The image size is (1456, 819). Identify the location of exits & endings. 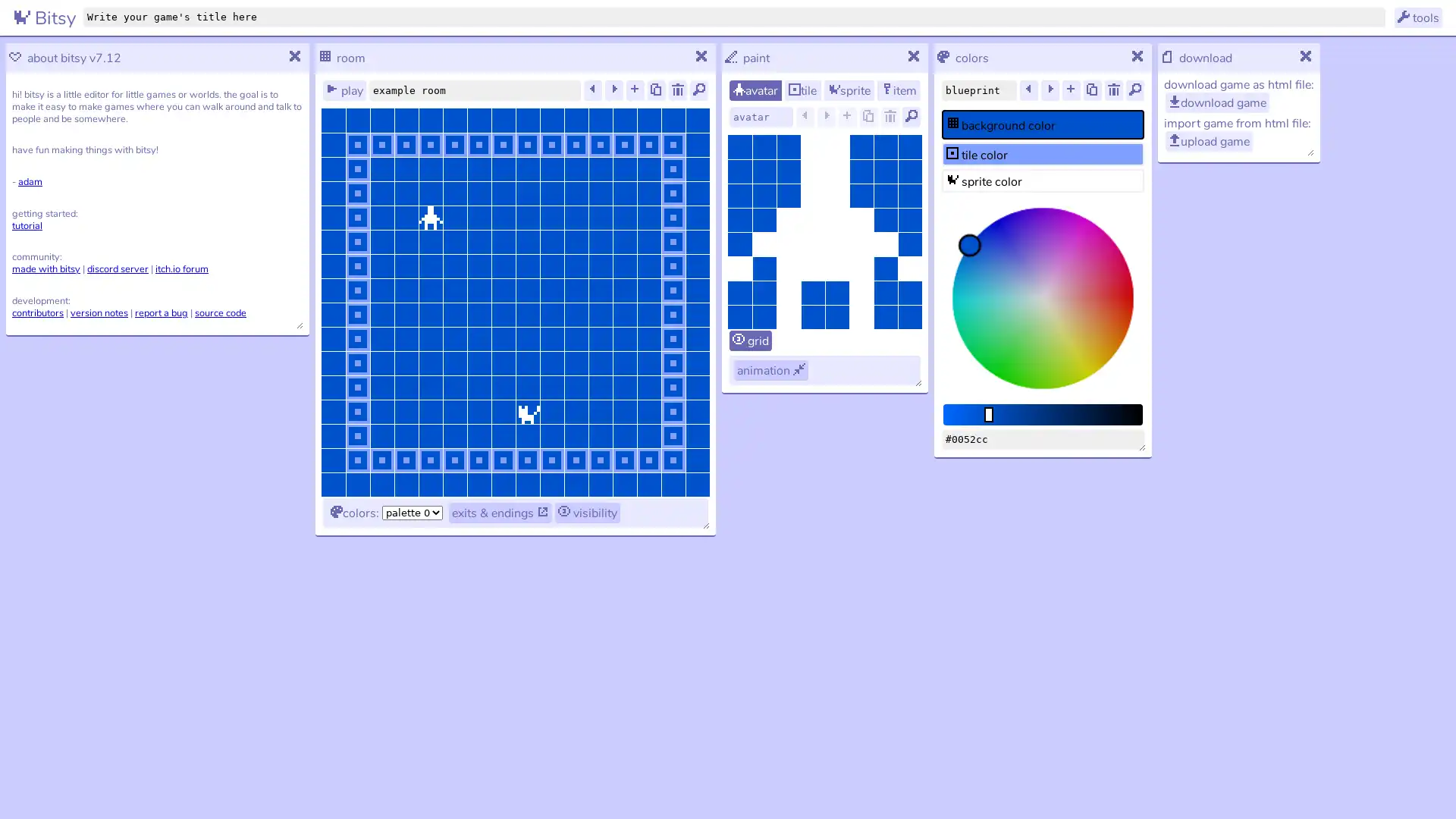
(500, 512).